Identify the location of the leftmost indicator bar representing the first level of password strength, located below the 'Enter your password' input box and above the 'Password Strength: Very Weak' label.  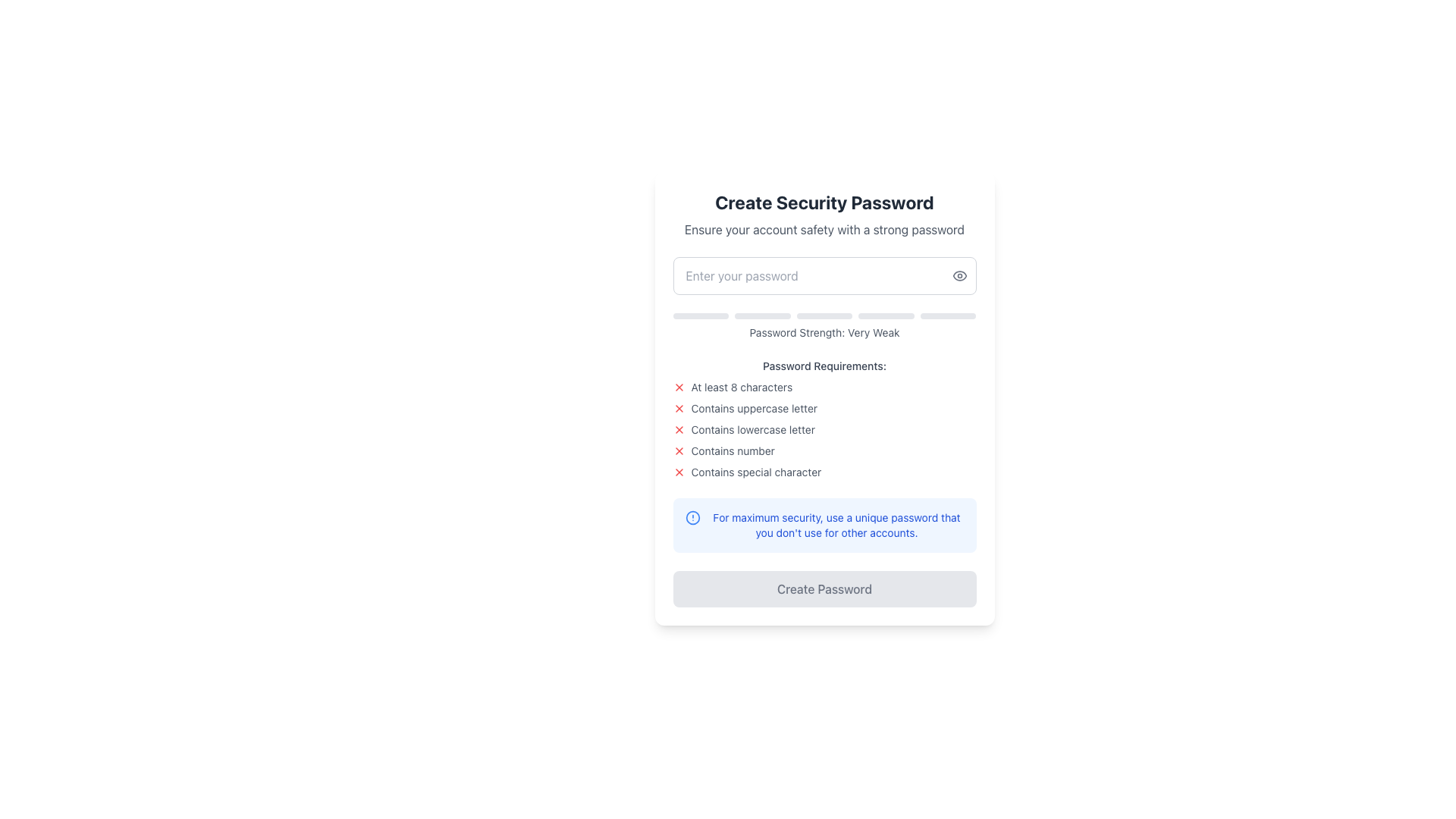
(700, 315).